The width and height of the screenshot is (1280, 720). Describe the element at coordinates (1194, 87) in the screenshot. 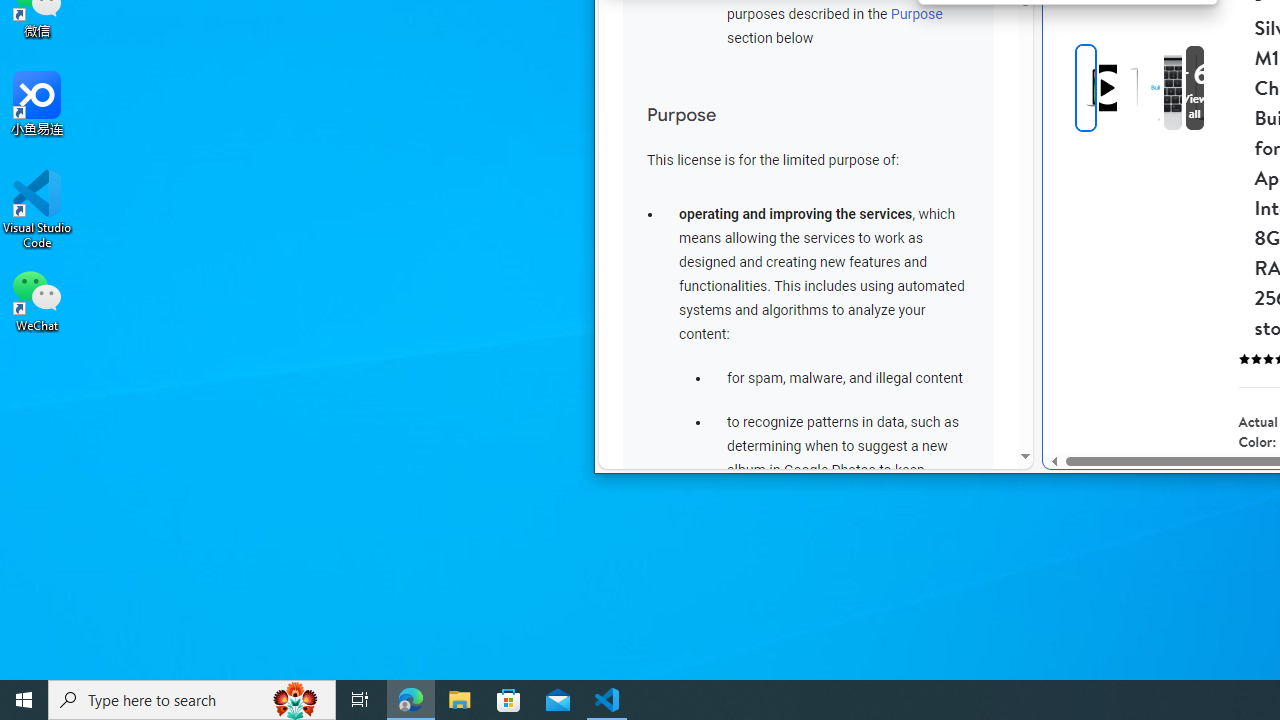

I see `'View all media'` at that location.